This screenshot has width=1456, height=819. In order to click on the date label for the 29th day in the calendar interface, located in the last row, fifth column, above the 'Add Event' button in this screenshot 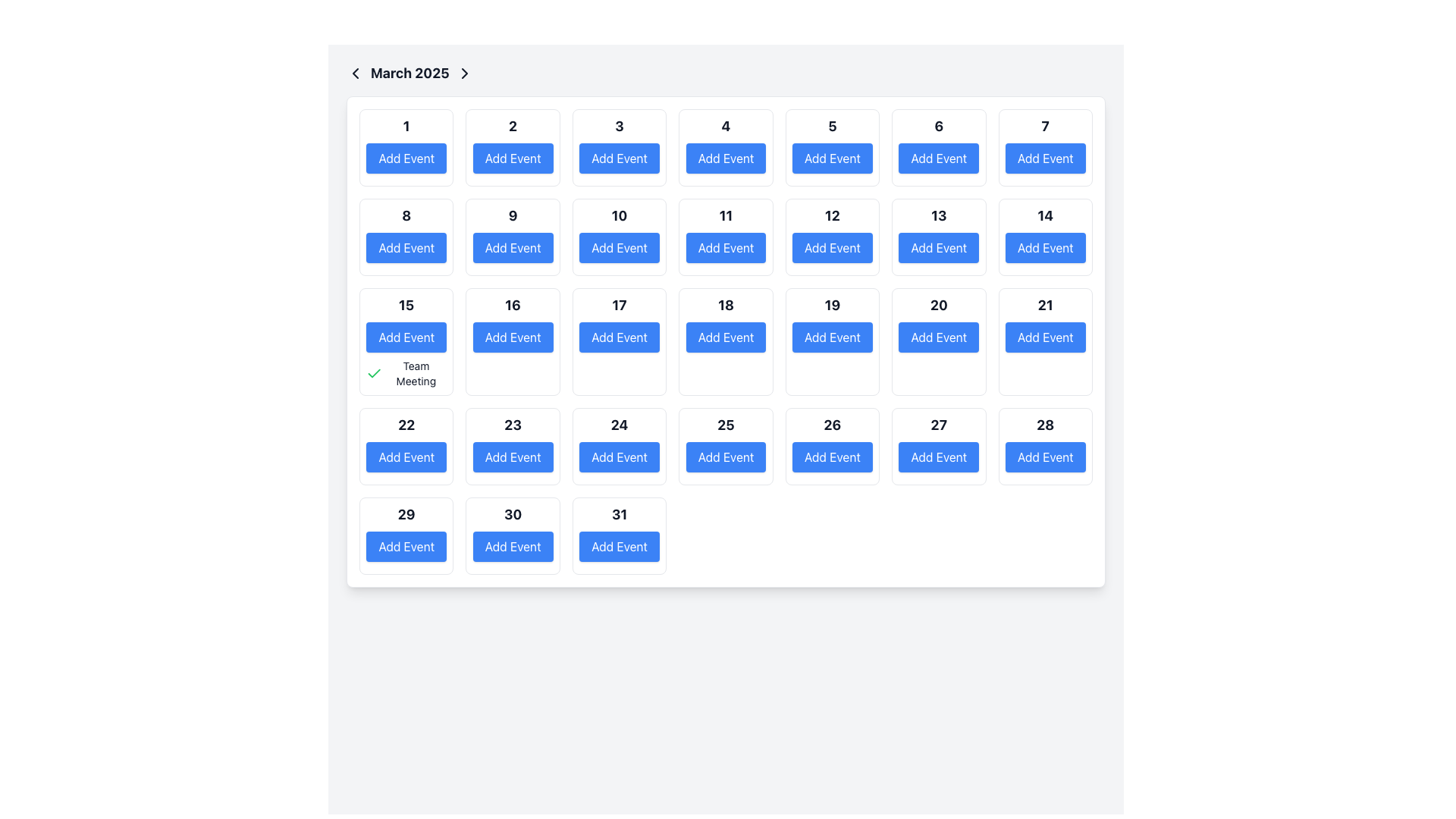, I will do `click(406, 513)`.